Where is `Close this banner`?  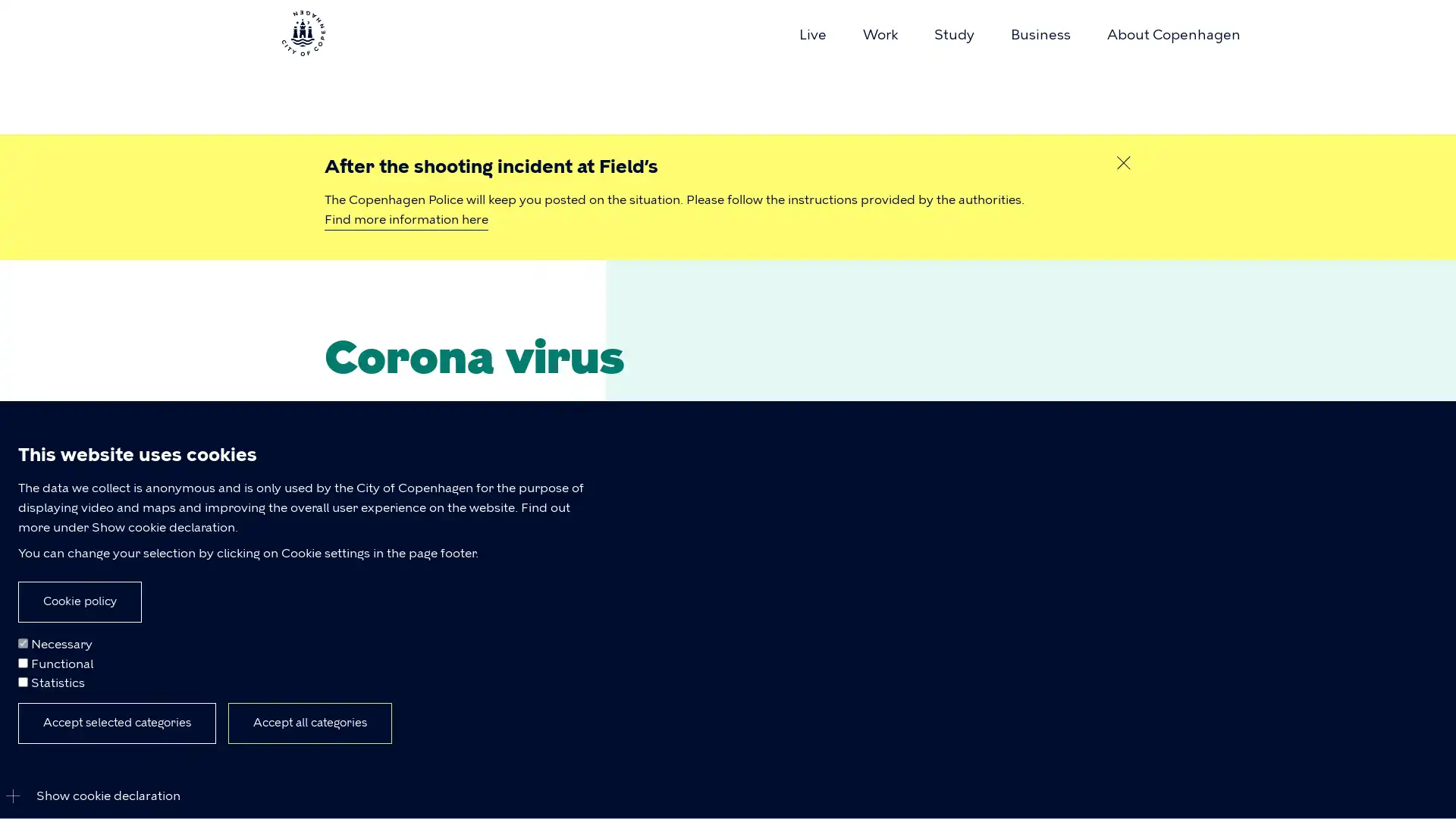
Close this banner is located at coordinates (1124, 163).